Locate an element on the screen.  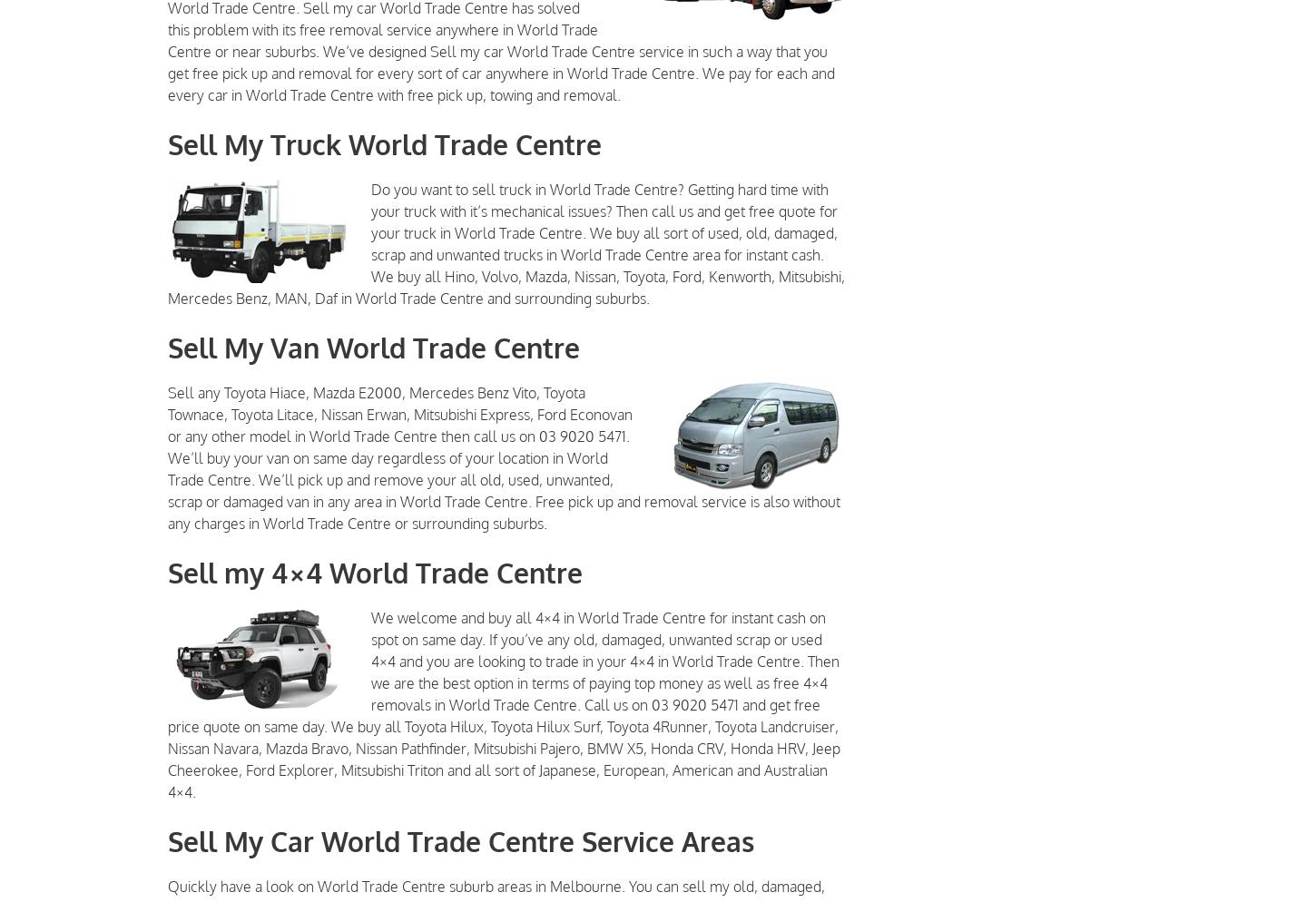
'Sell any Toyota Hiace, Mazda E2000, Mercedes Benz Vito, Toyota Townace, Toyota Litace, Nissan Erwan, Mitsubishi Express, Ford Econovan or any other model in World Trade Centre then call us on 03 9020 5471. We’ll buy your van on same day regardless of your location in World Trade Centre. We’ll pick up and remove your all old, used, unwanted, scrap or damaged van in any area in World Trade Centre. Free pick up and removal service is also without any charges in World Trade Centre or surrounding suburbs.' is located at coordinates (504, 457).